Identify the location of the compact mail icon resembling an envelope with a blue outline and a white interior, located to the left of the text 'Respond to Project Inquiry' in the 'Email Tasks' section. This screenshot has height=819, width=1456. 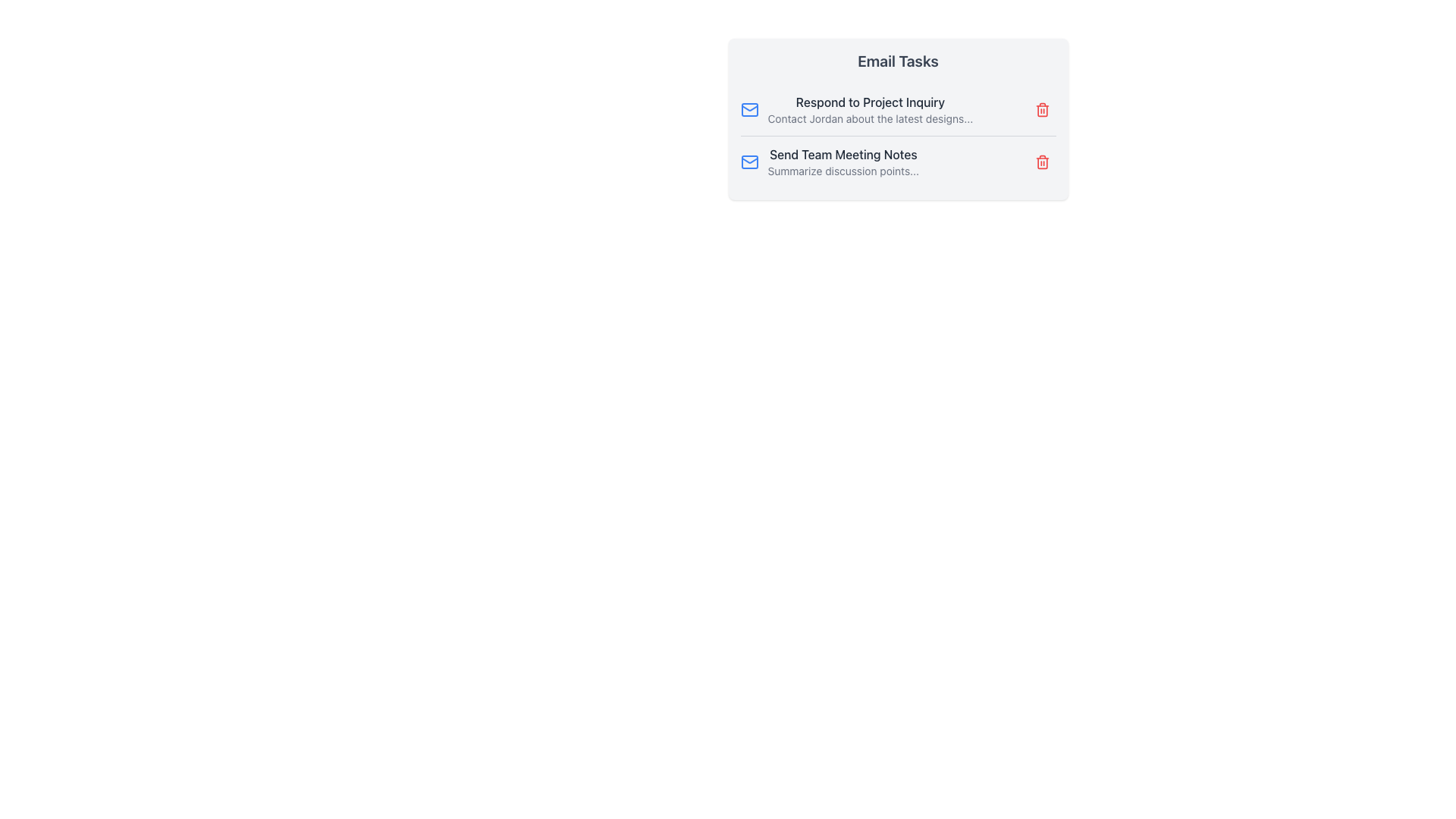
(749, 109).